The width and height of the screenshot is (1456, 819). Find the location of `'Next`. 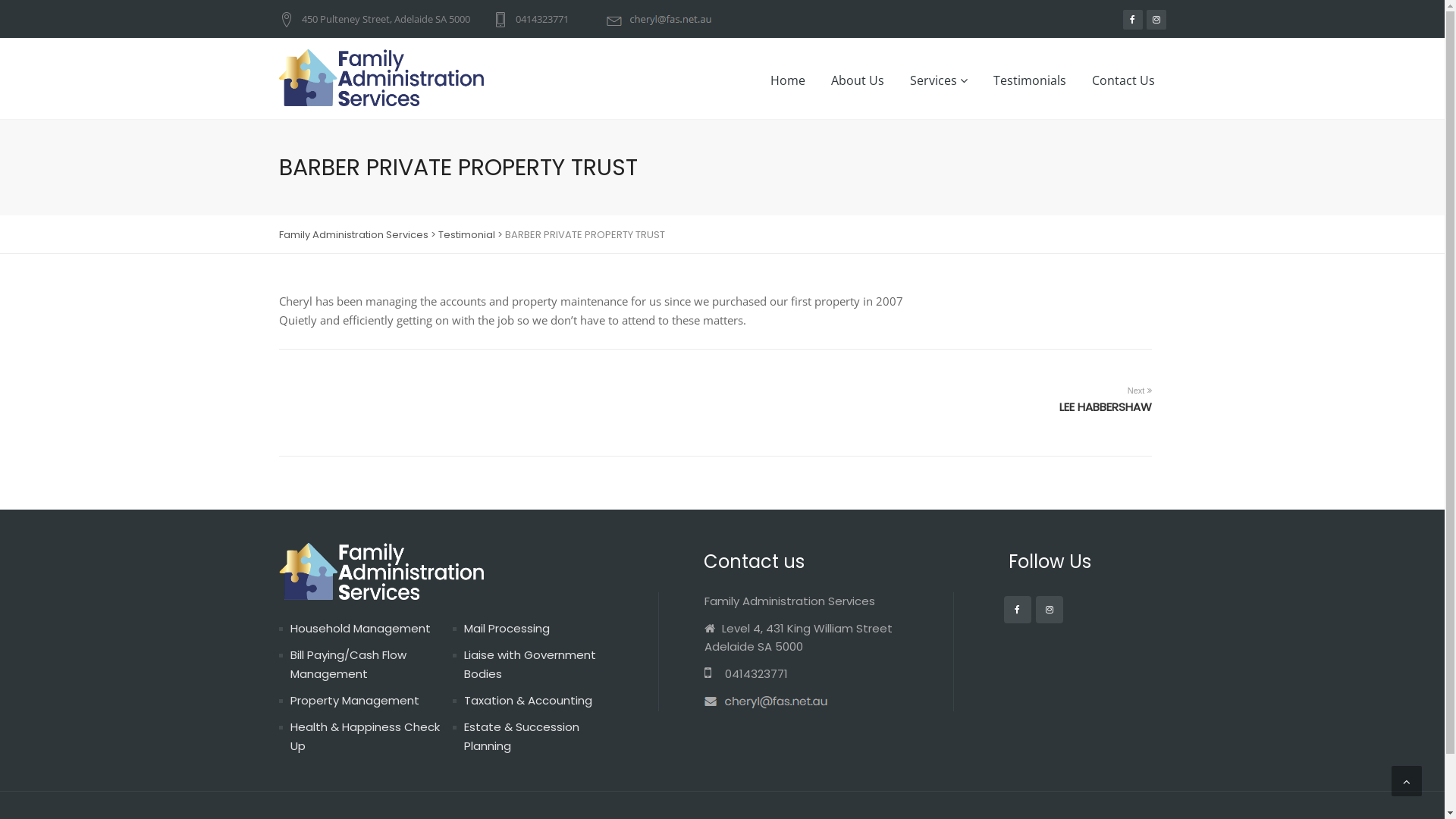

'Next is located at coordinates (1058, 397).